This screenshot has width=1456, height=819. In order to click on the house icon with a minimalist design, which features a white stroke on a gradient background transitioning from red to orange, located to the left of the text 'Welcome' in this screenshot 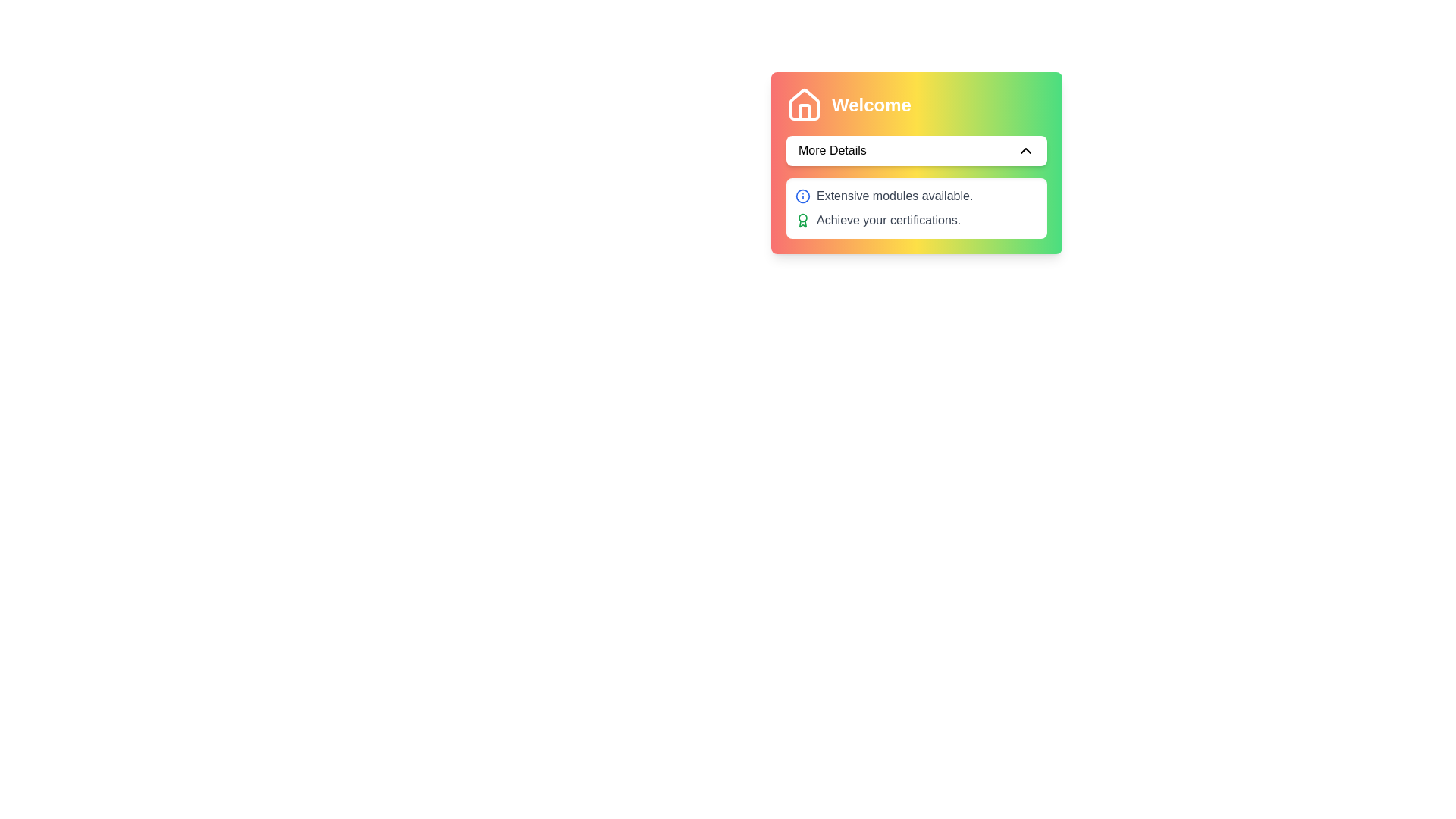, I will do `click(803, 104)`.